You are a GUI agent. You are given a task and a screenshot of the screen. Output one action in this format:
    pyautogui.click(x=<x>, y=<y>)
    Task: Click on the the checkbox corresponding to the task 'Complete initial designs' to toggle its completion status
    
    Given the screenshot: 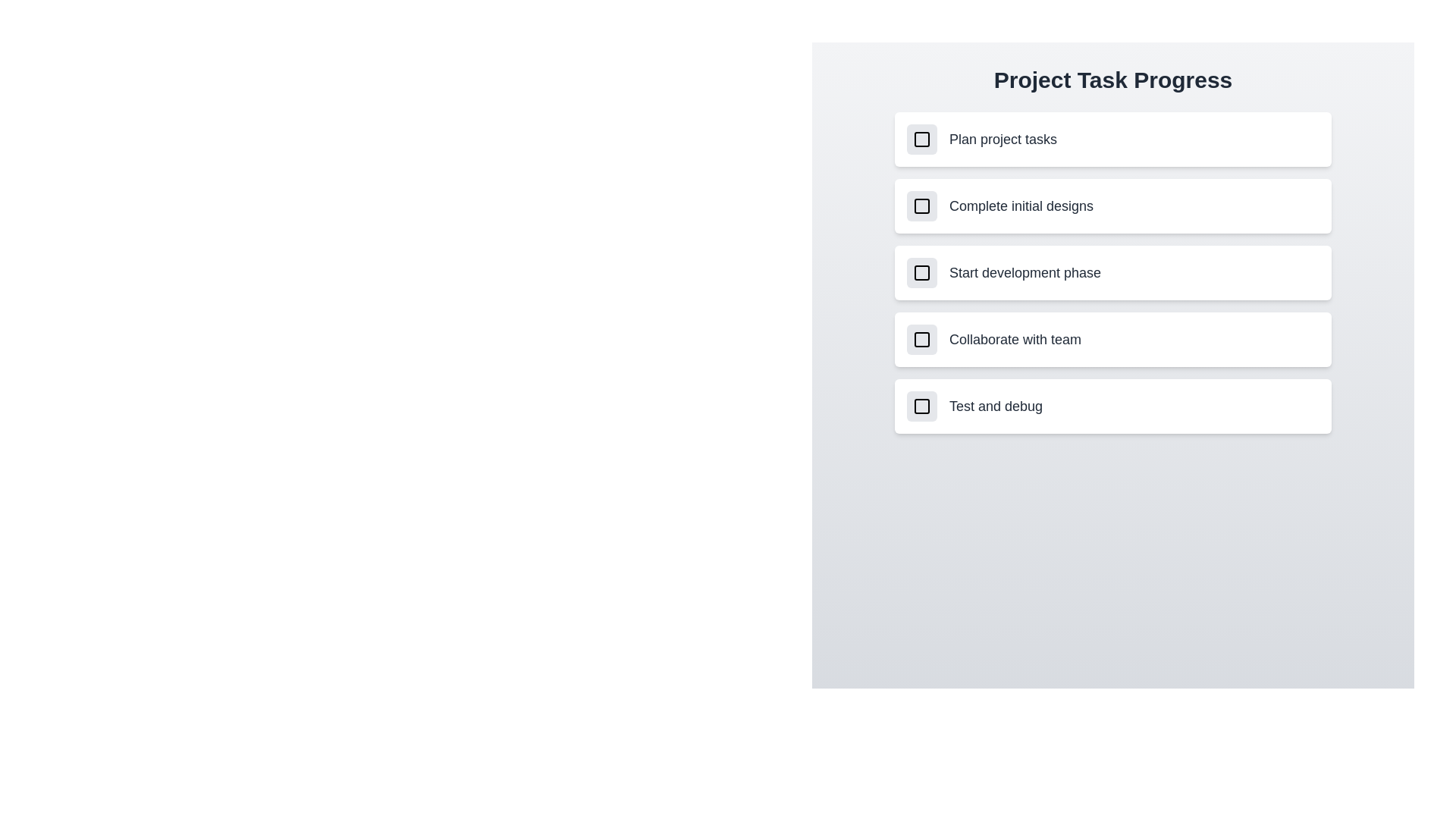 What is the action you would take?
    pyautogui.click(x=921, y=206)
    